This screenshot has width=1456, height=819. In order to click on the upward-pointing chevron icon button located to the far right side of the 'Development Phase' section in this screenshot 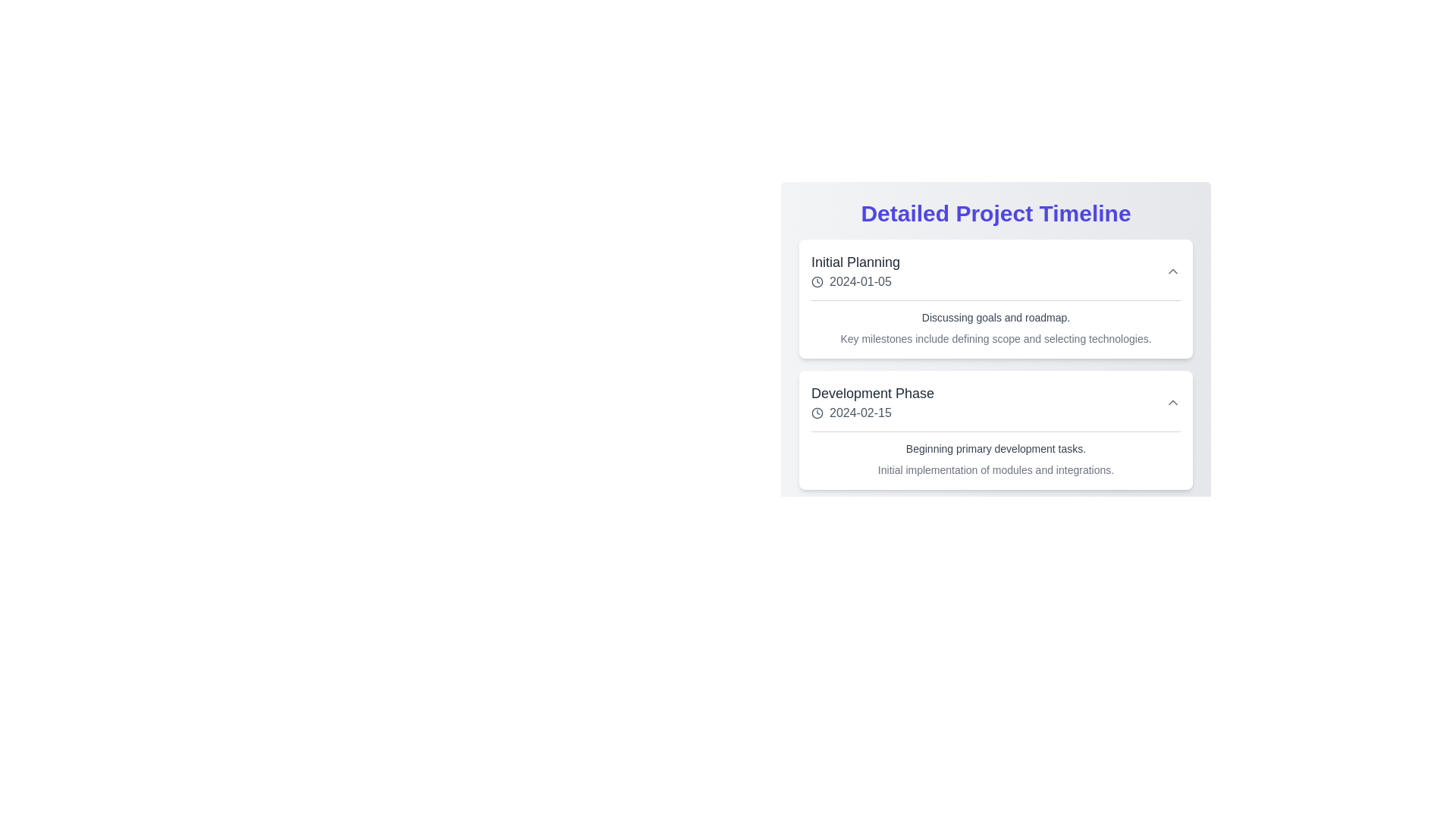, I will do `click(1172, 402)`.